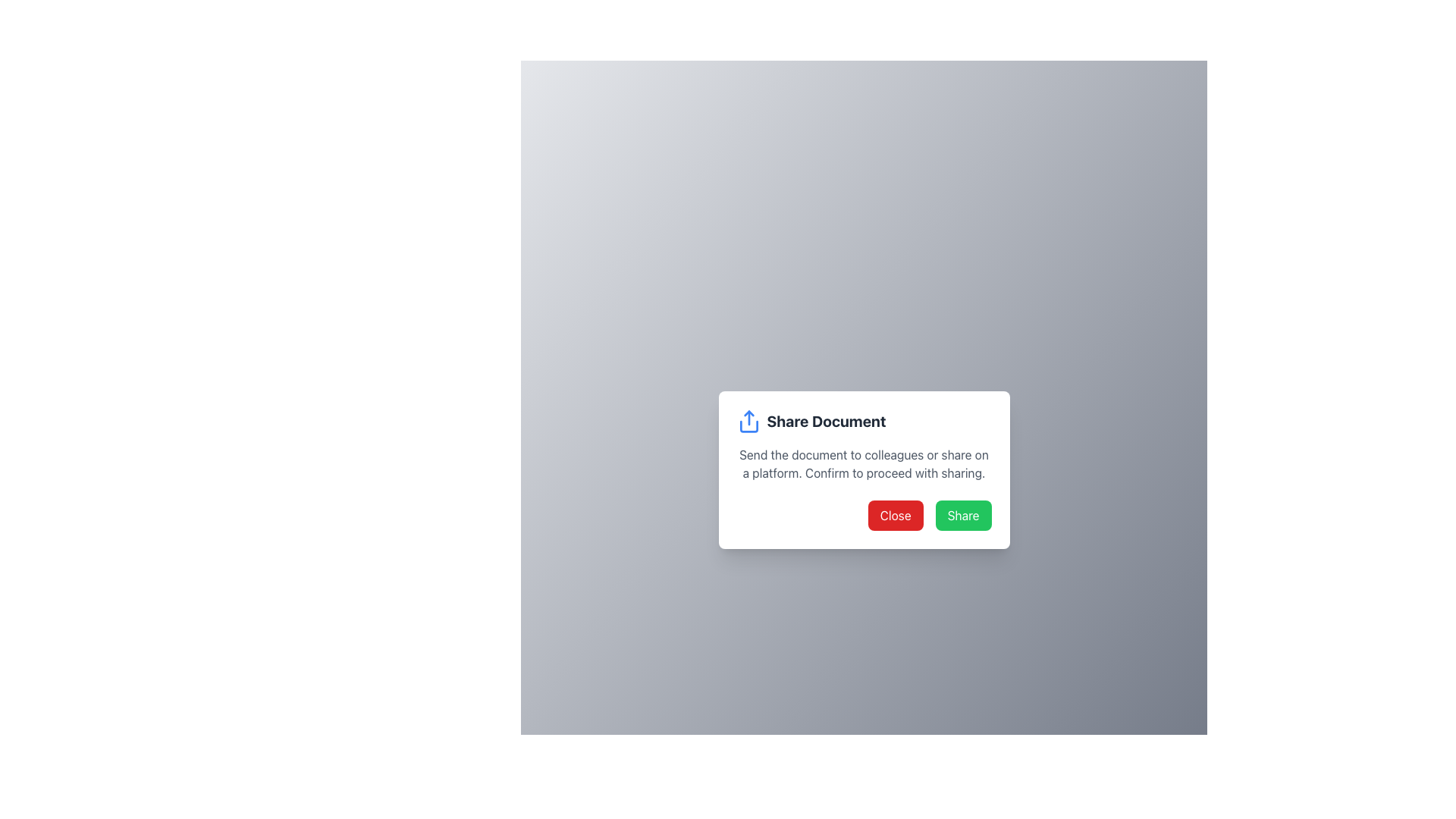 The height and width of the screenshot is (819, 1456). What do you see at coordinates (896, 514) in the screenshot?
I see `the 'Close' button located at the bottom-left corner of the dialog box to observe hover effects` at bounding box center [896, 514].